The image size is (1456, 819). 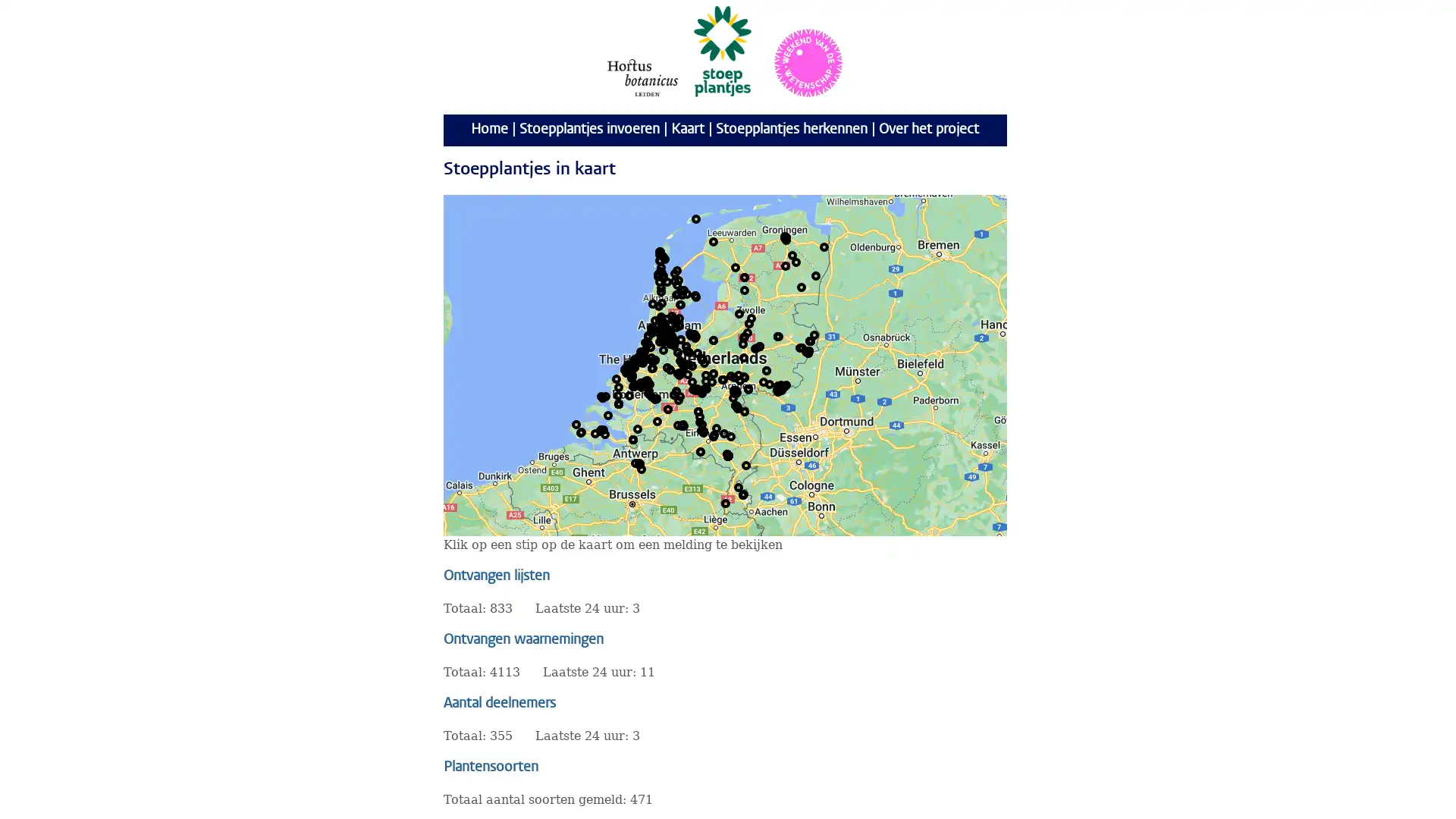 I want to click on Telling van Hetty Verstraaten op 23 oktober 2021, so click(x=742, y=343).